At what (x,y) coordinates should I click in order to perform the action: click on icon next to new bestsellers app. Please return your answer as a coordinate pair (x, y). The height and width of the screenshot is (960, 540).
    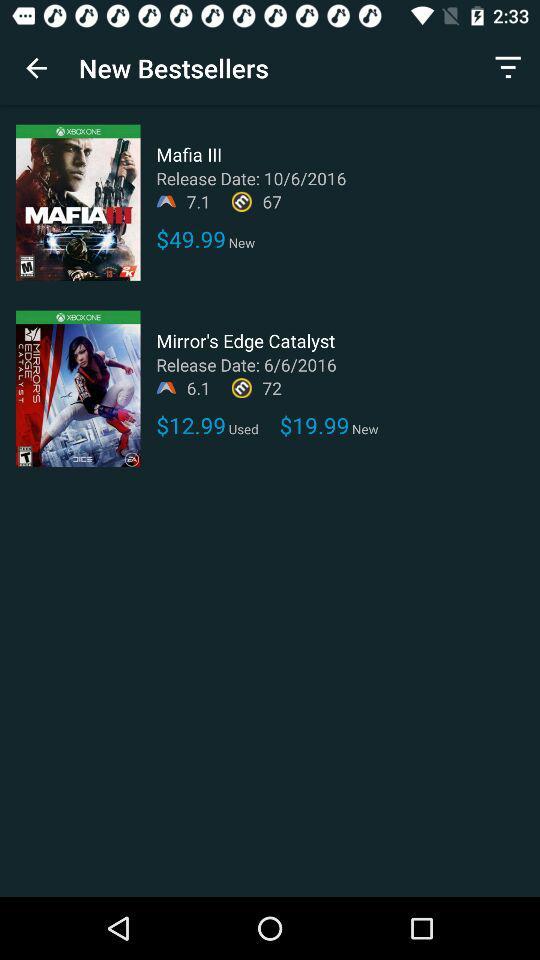
    Looking at the image, I should click on (36, 68).